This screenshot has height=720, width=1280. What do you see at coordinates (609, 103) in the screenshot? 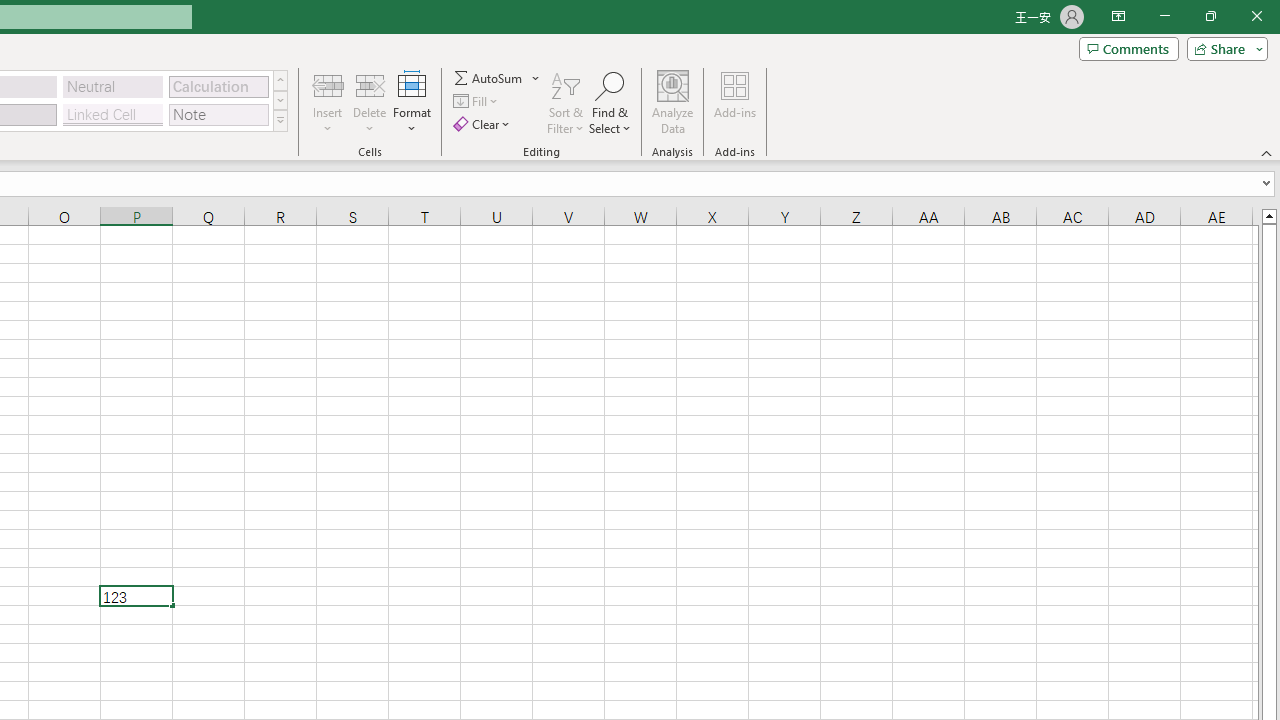
I see `'Find & Select'` at bounding box center [609, 103].